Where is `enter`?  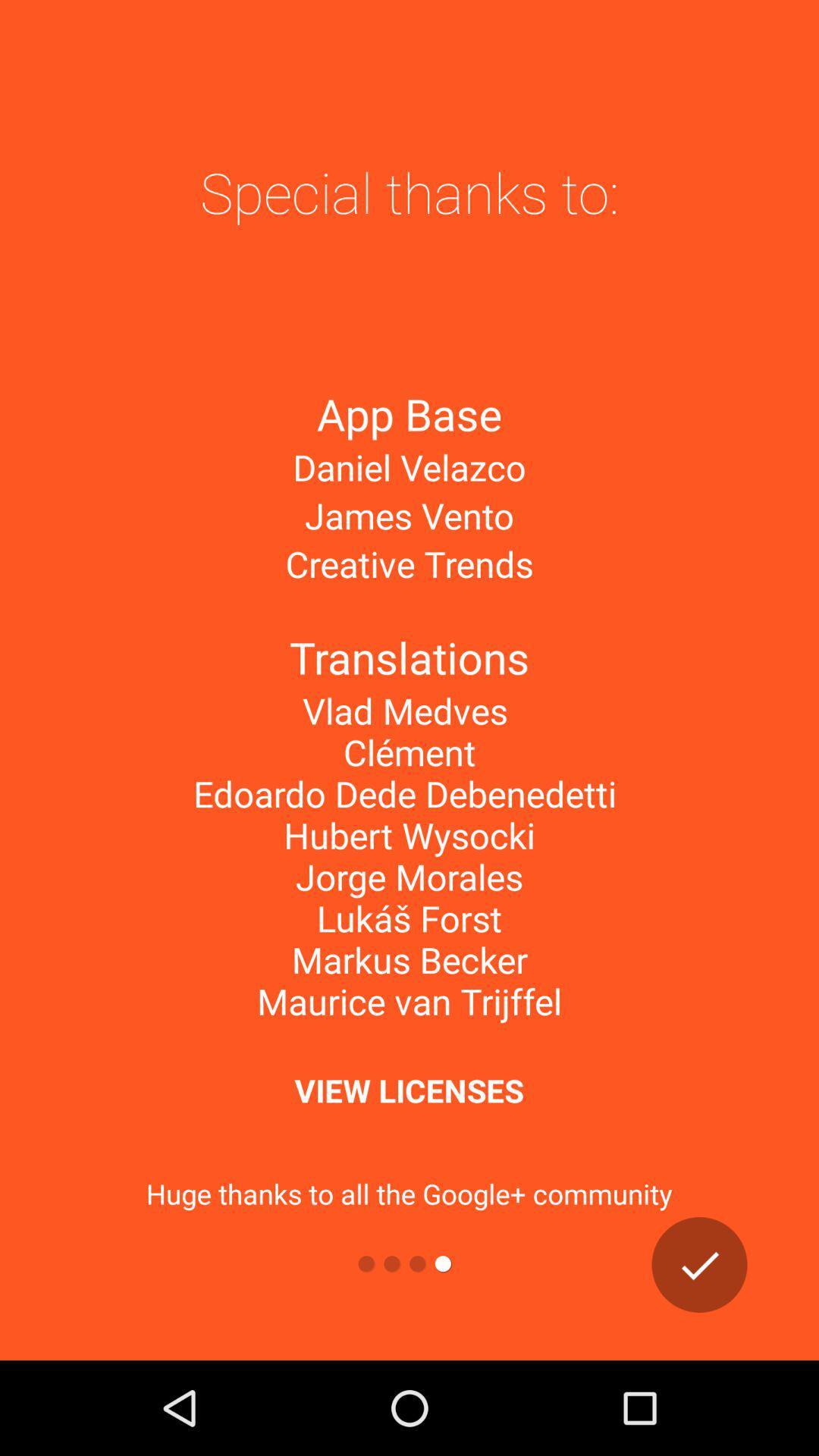 enter is located at coordinates (699, 1264).